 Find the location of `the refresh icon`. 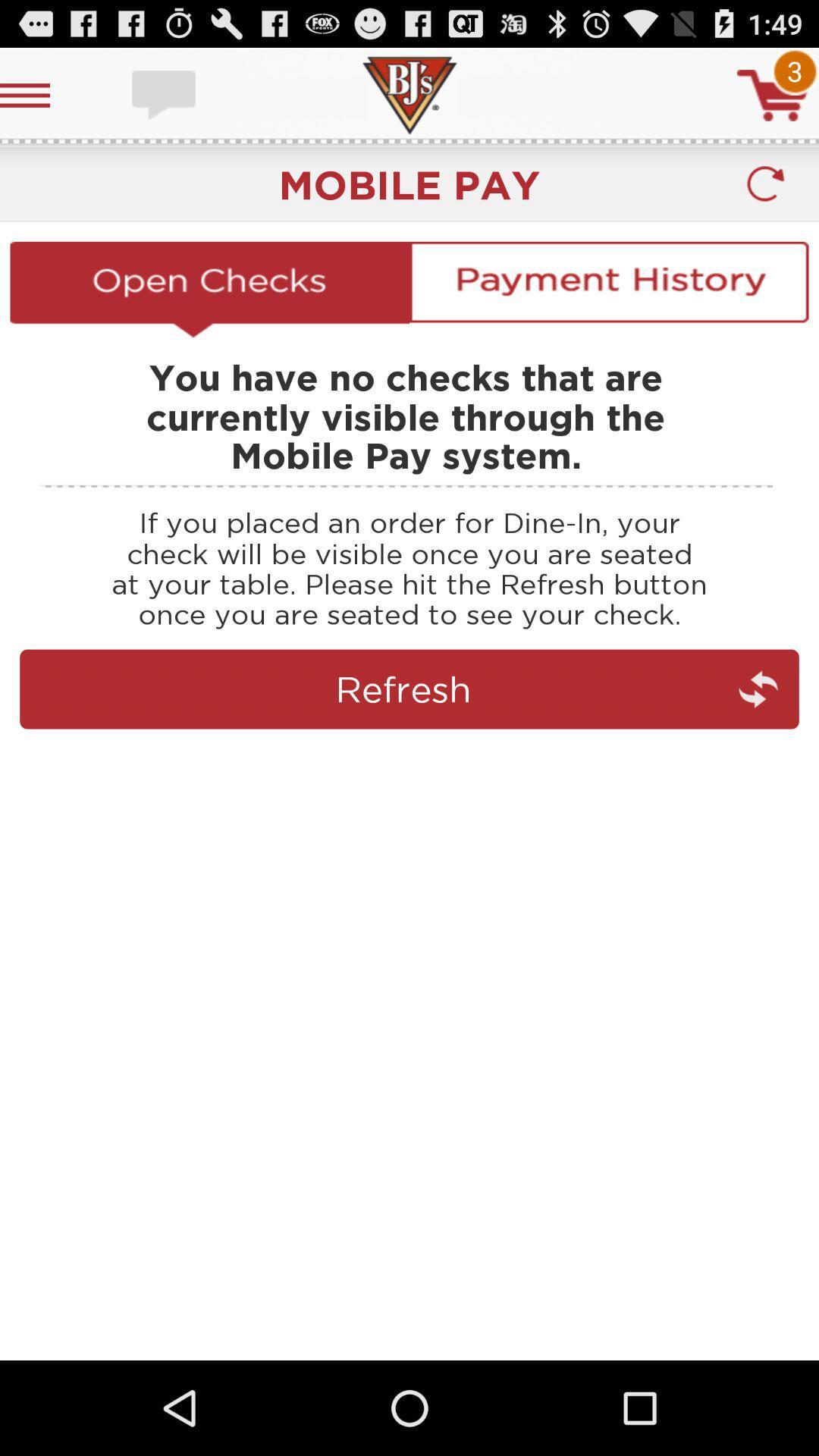

the refresh icon is located at coordinates (765, 196).